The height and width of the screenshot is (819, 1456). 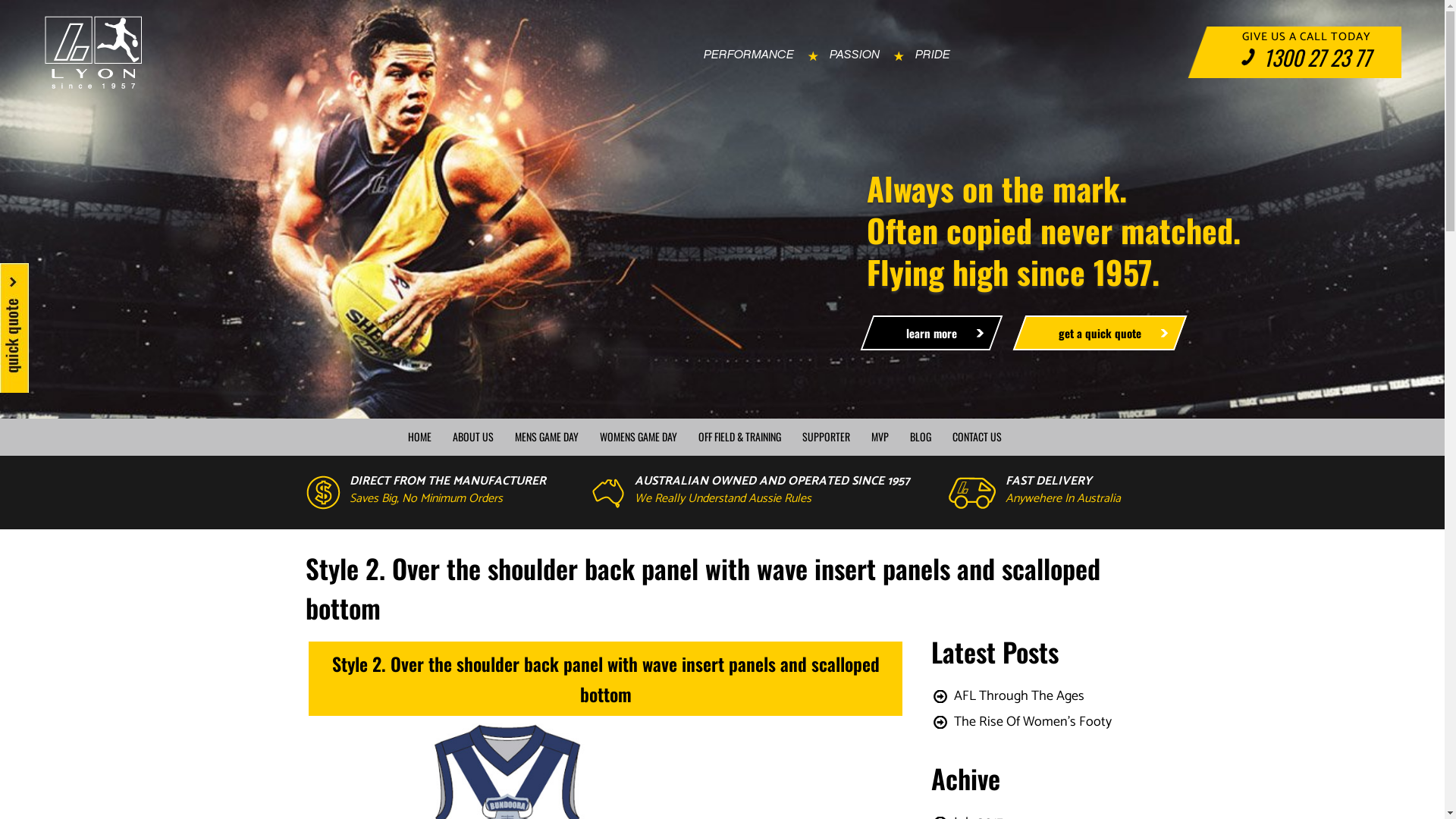 What do you see at coordinates (914, 55) in the screenshot?
I see `'PRIDE'` at bounding box center [914, 55].